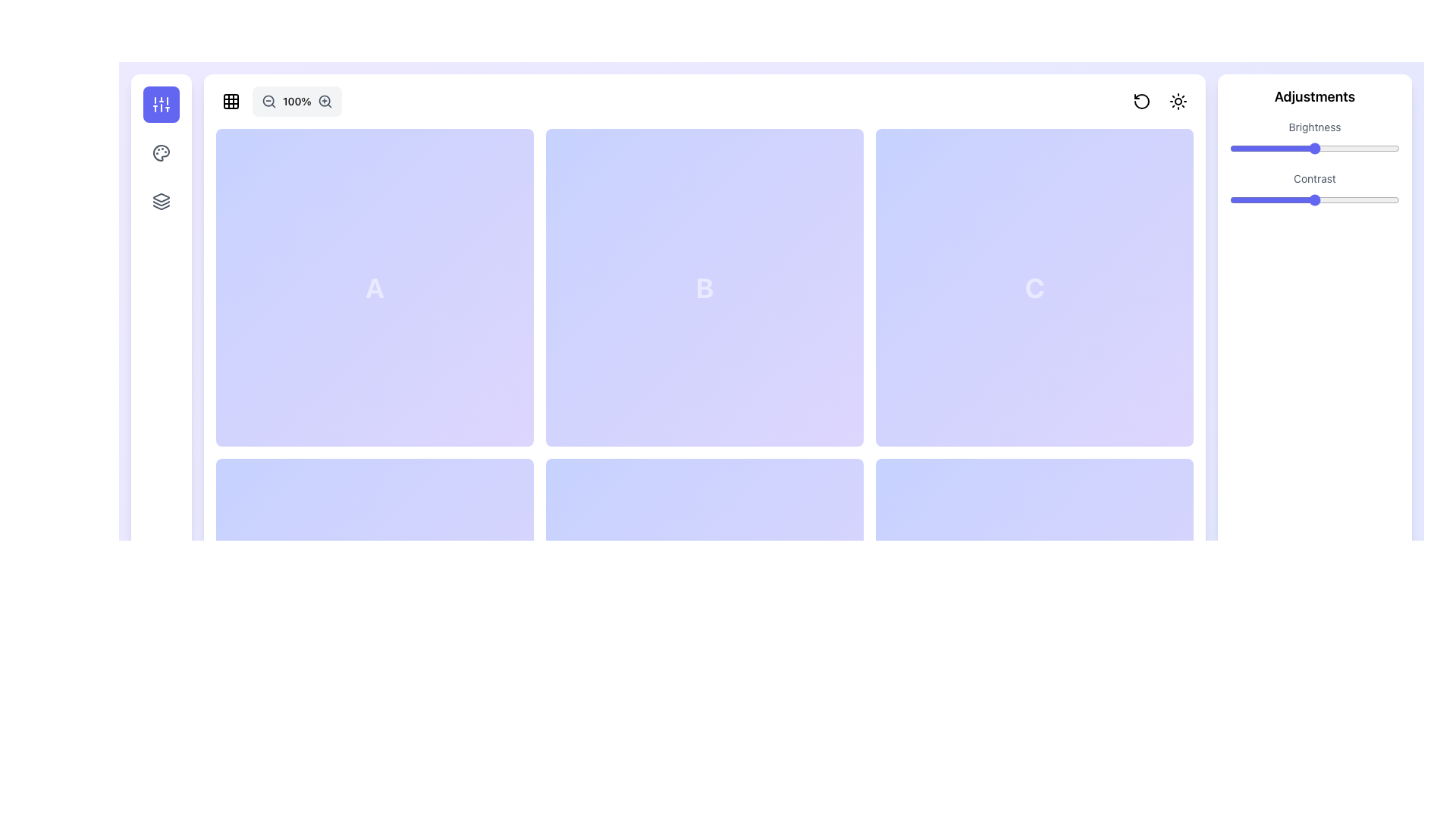 This screenshot has width=1456, height=819. What do you see at coordinates (161, 201) in the screenshot?
I see `the icon with three stacked layers in the left sidebar of the application` at bounding box center [161, 201].